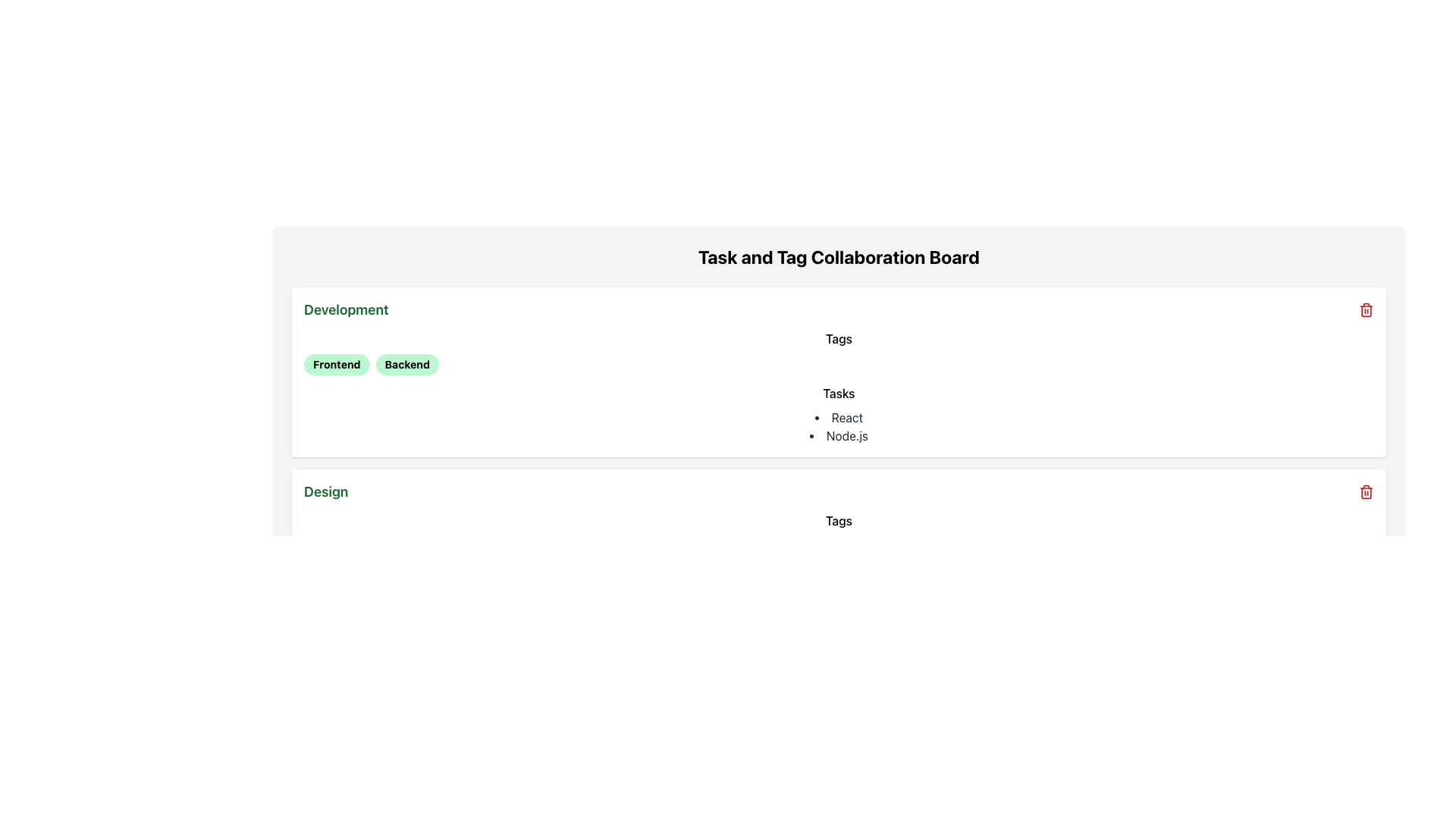  Describe the element at coordinates (838, 256) in the screenshot. I see `the text label displaying 'Task and Tag Collaboration Board'` at that location.